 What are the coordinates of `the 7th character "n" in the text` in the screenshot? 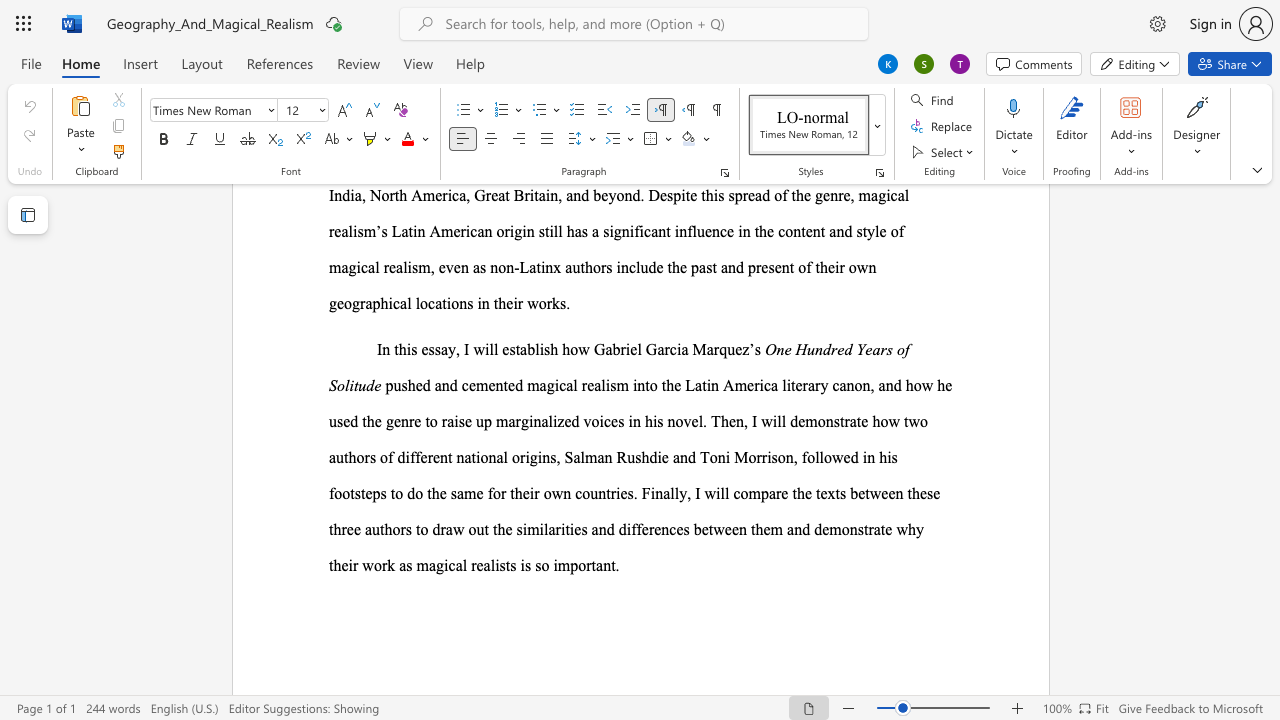 It's located at (742, 528).